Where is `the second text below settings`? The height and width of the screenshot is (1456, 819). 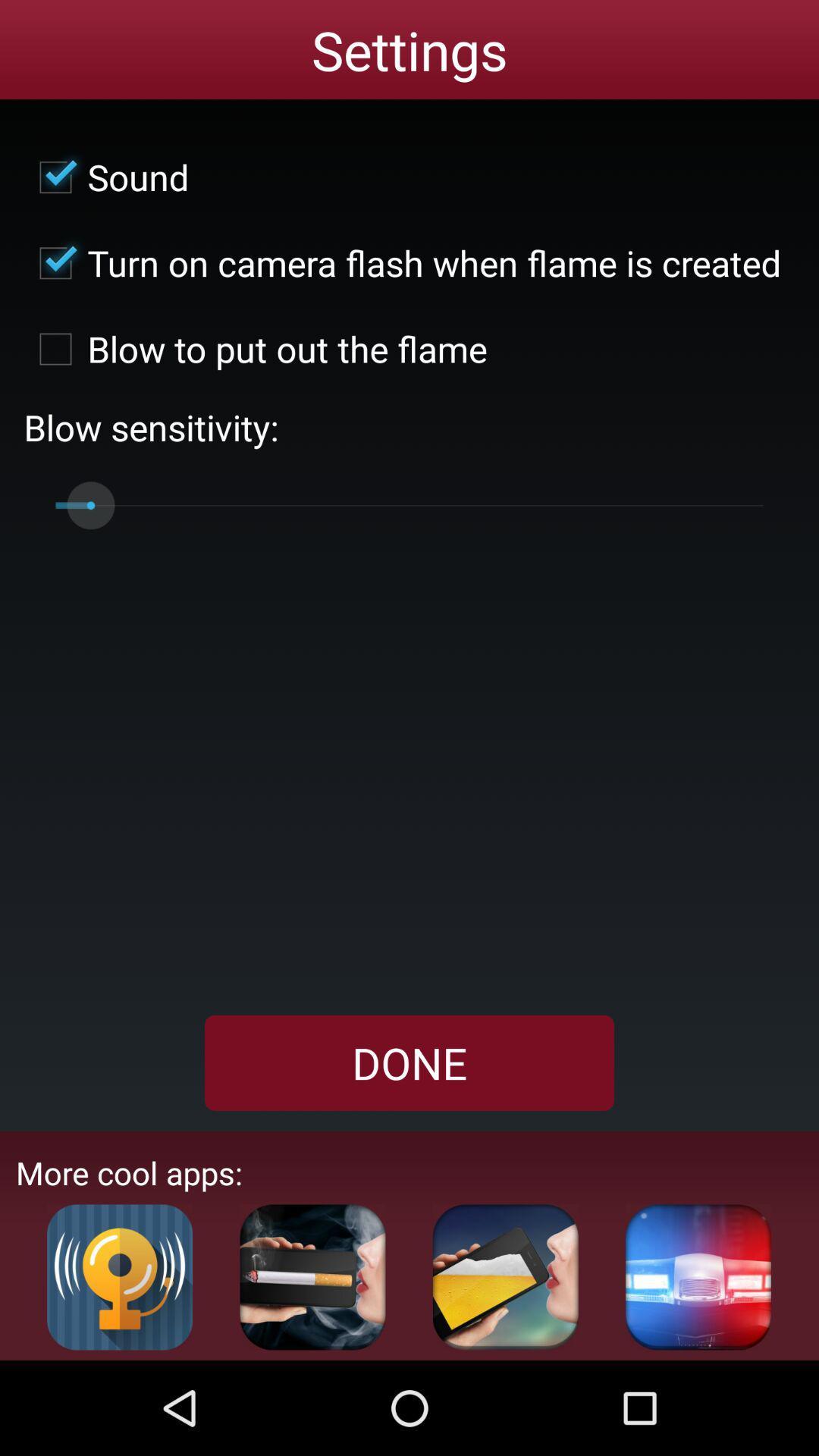
the second text below settings is located at coordinates (402, 262).